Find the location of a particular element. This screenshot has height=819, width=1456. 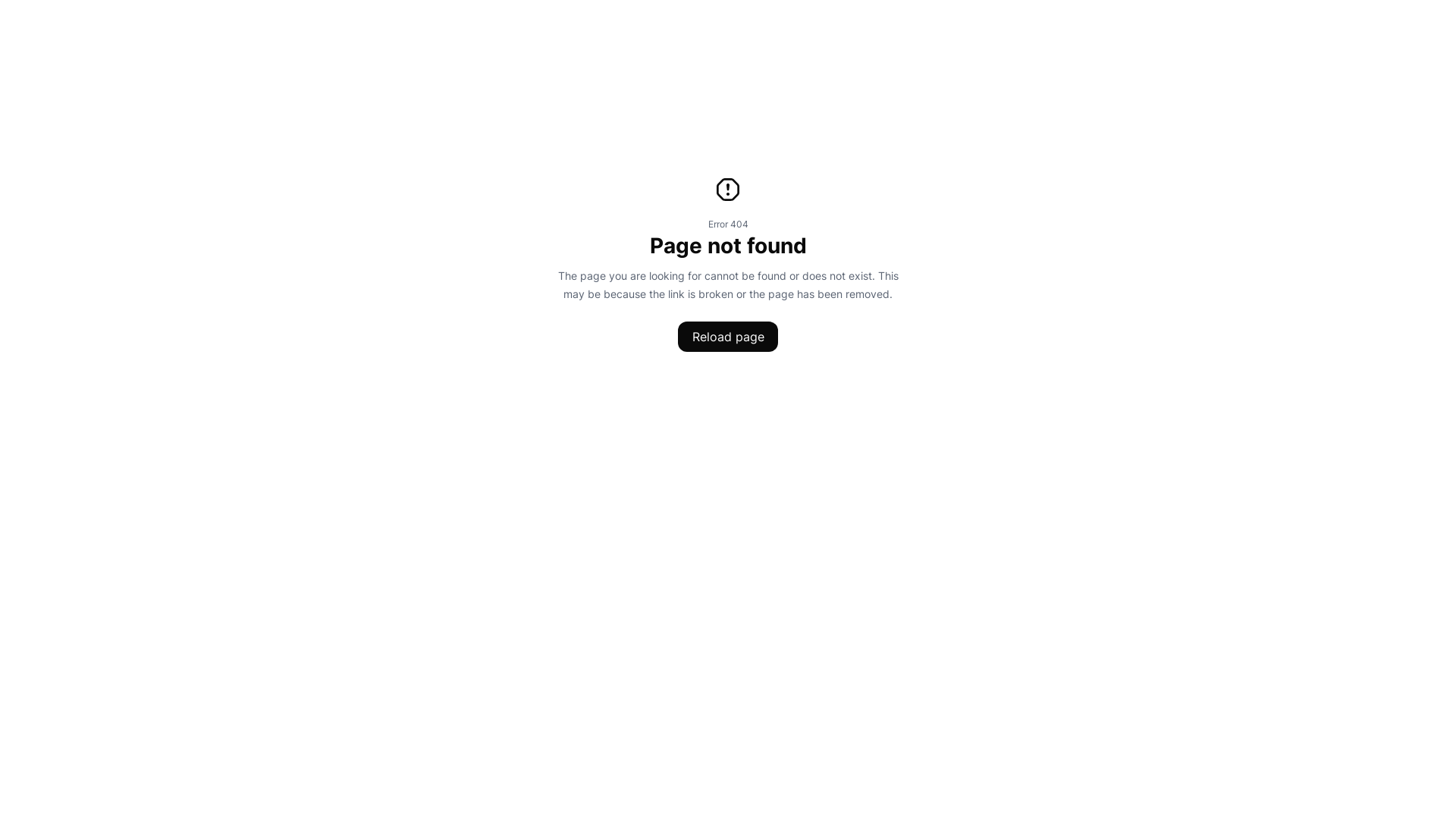

'Reload page' is located at coordinates (728, 335).